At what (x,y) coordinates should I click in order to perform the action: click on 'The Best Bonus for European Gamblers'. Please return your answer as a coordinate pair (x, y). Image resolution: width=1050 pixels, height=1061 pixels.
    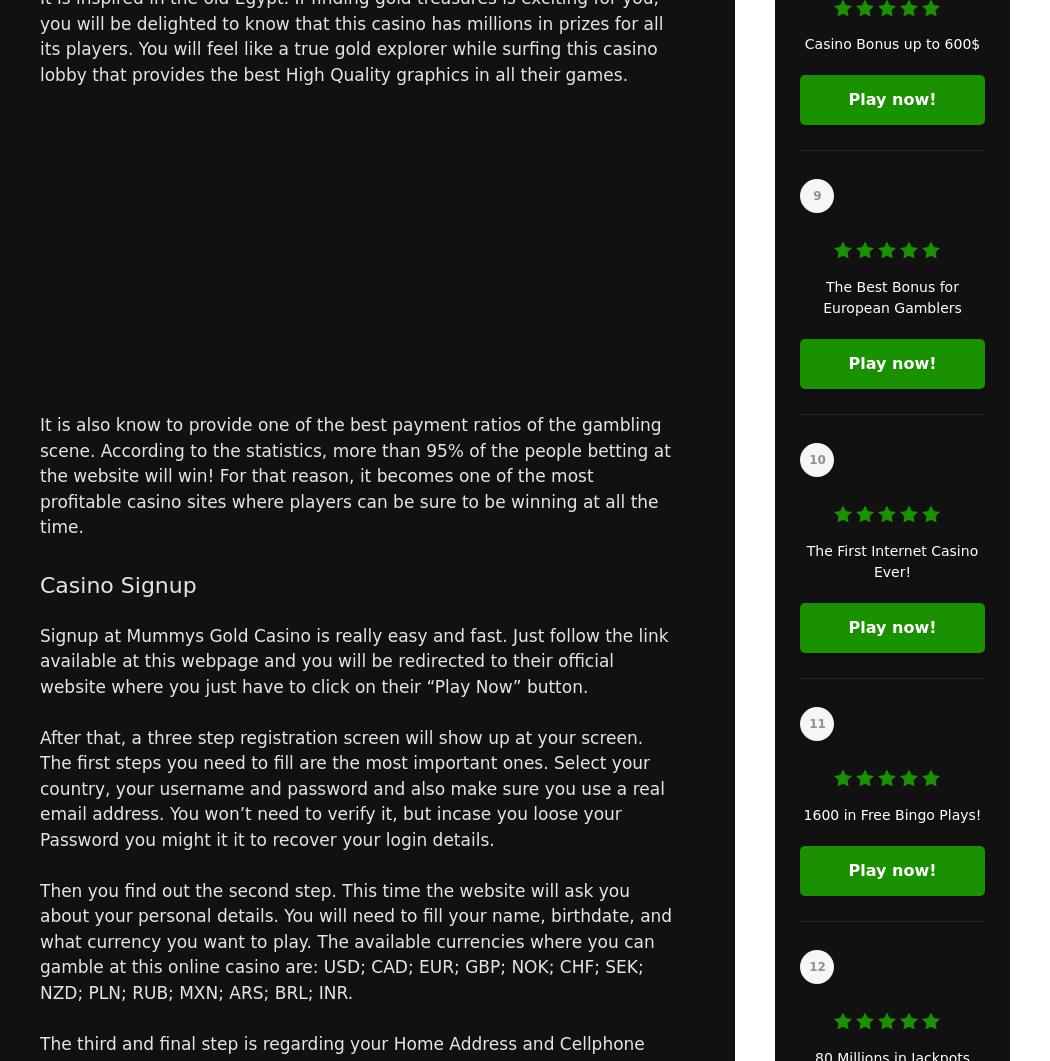
    Looking at the image, I should click on (890, 295).